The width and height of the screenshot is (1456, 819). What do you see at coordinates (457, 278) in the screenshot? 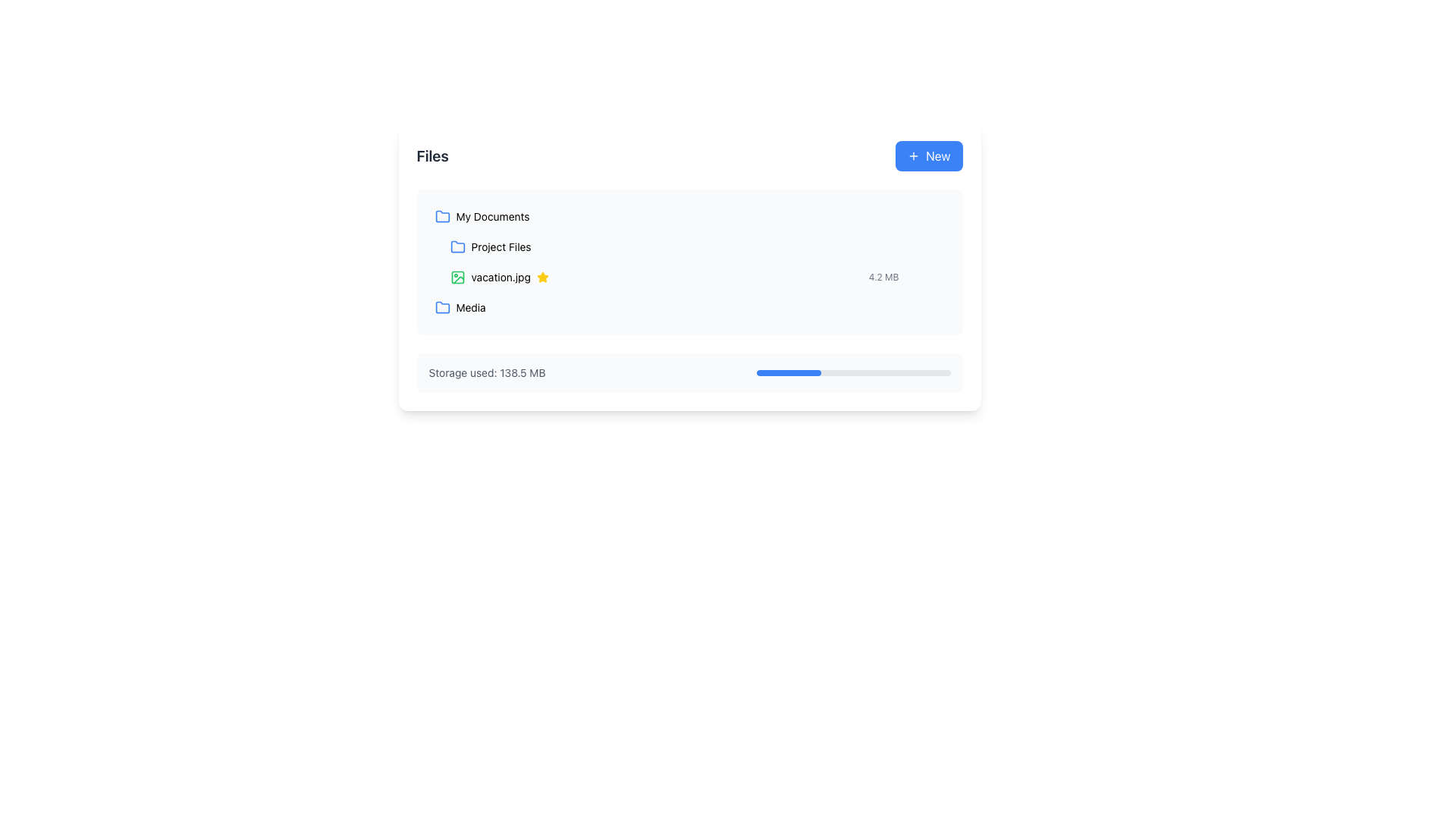
I see `the graphical icon representing the image file labeled 'vacation.jpg', which is the first element in its row before the text label` at bounding box center [457, 278].